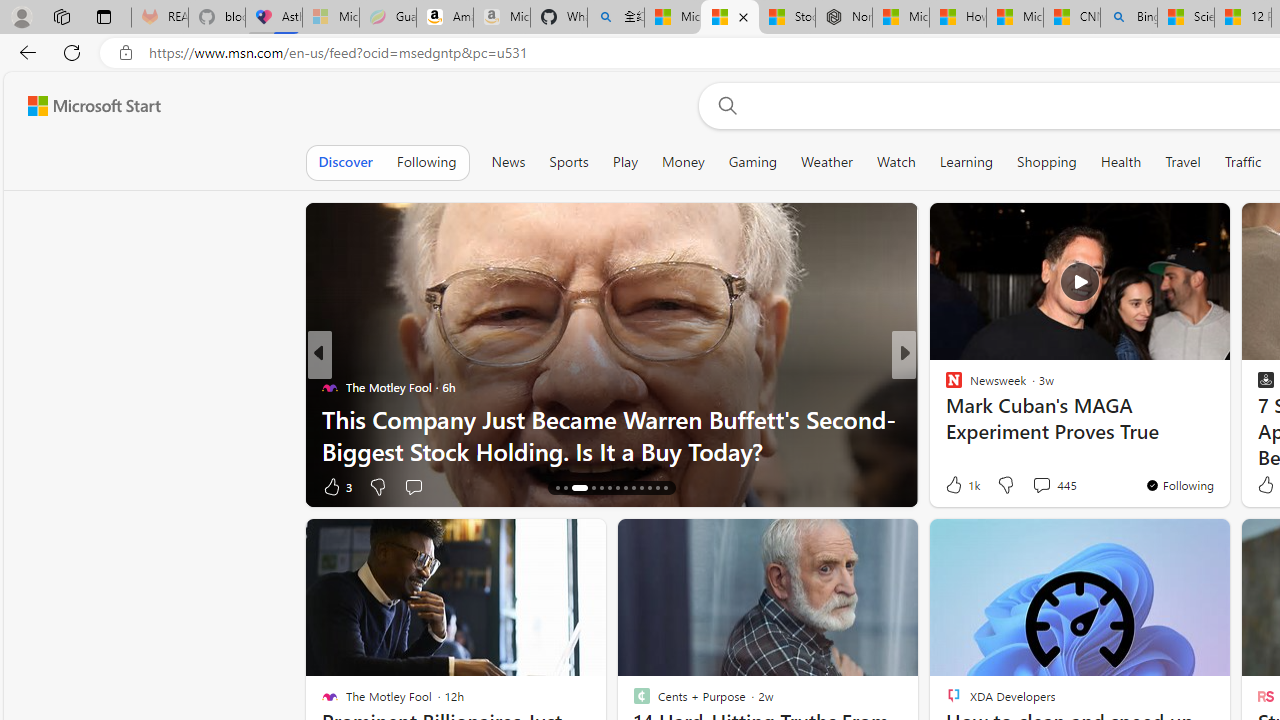 The width and height of the screenshot is (1280, 720). Describe the element at coordinates (1036, 486) in the screenshot. I see `'View comments 34 Comment'` at that location.